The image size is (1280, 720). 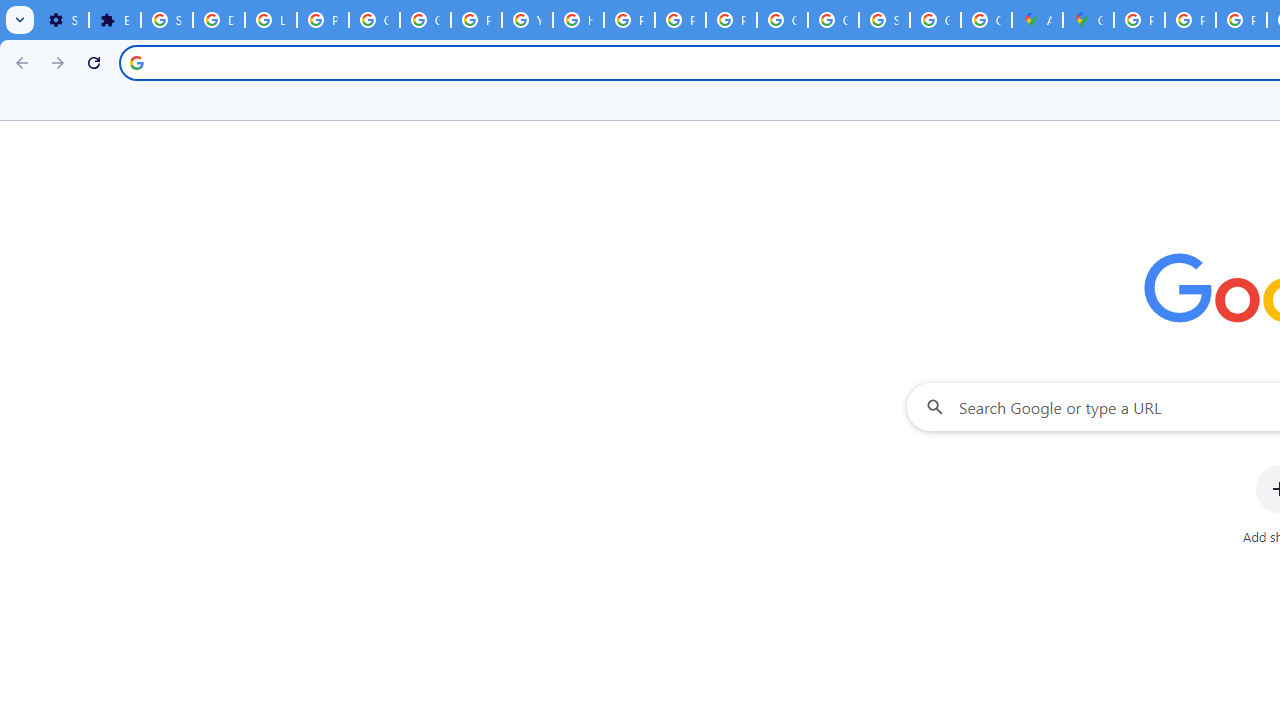 I want to click on 'Google Maps', so click(x=1087, y=20).